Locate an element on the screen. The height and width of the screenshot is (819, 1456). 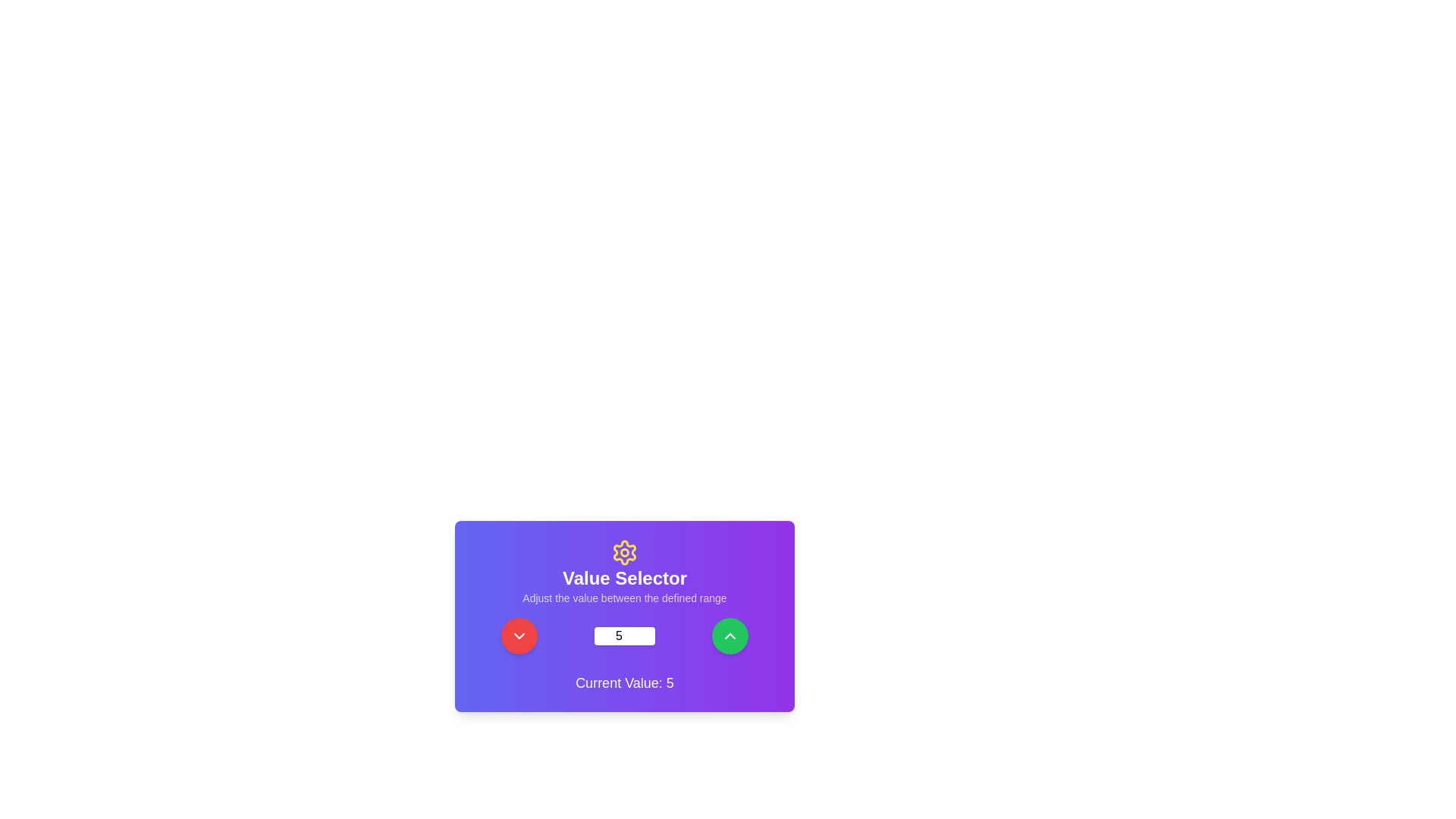
the static text display showing the numeral '5' in white on a purple background, located next to the label 'Current Value:' in the lower section of the purple panel is located at coordinates (669, 683).